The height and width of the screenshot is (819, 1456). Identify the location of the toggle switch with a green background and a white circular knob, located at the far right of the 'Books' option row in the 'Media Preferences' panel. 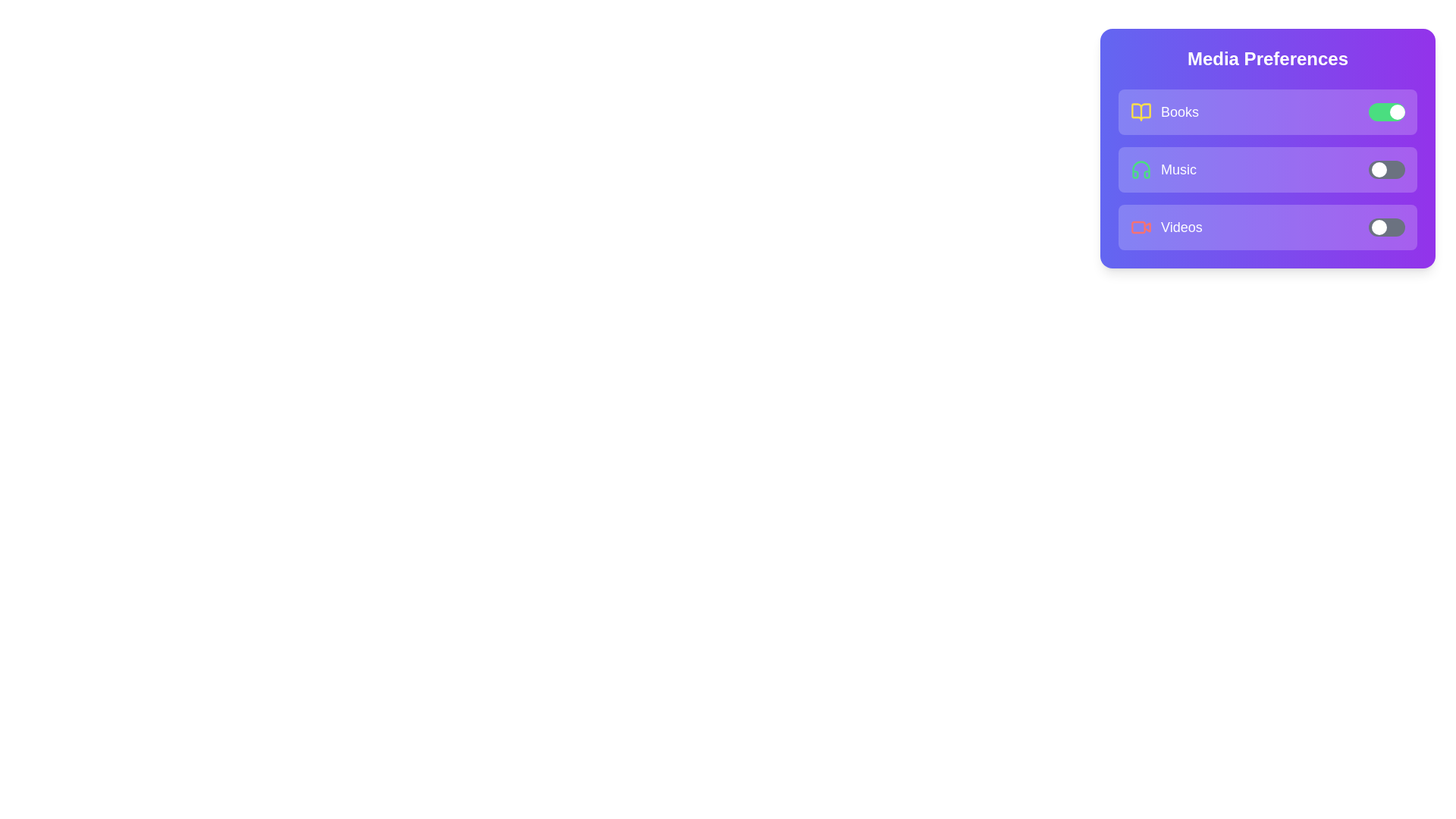
(1386, 111).